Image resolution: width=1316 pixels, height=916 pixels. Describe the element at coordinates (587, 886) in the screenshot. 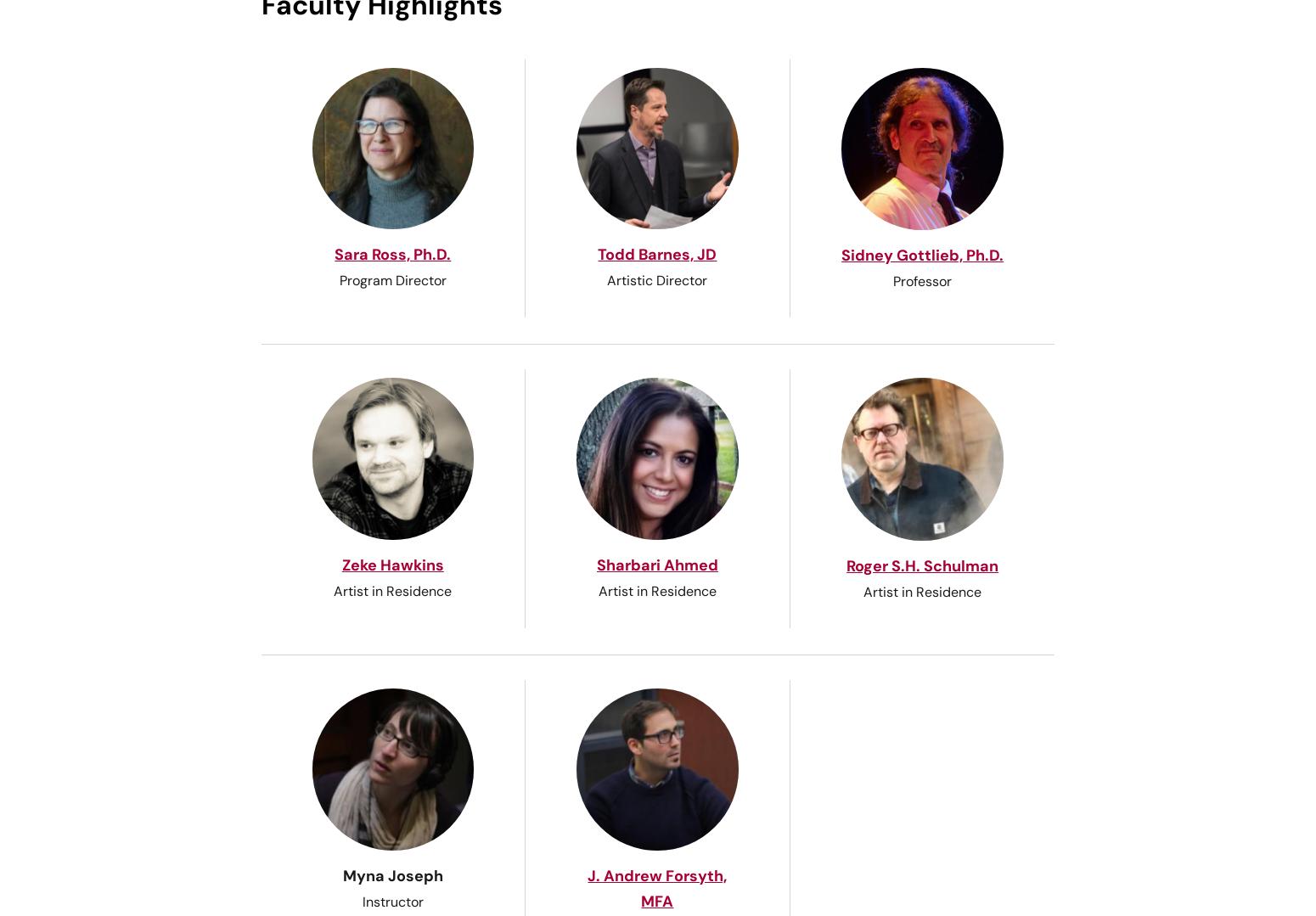

I see `'J. Andrew Forsyth, MFA'` at that location.